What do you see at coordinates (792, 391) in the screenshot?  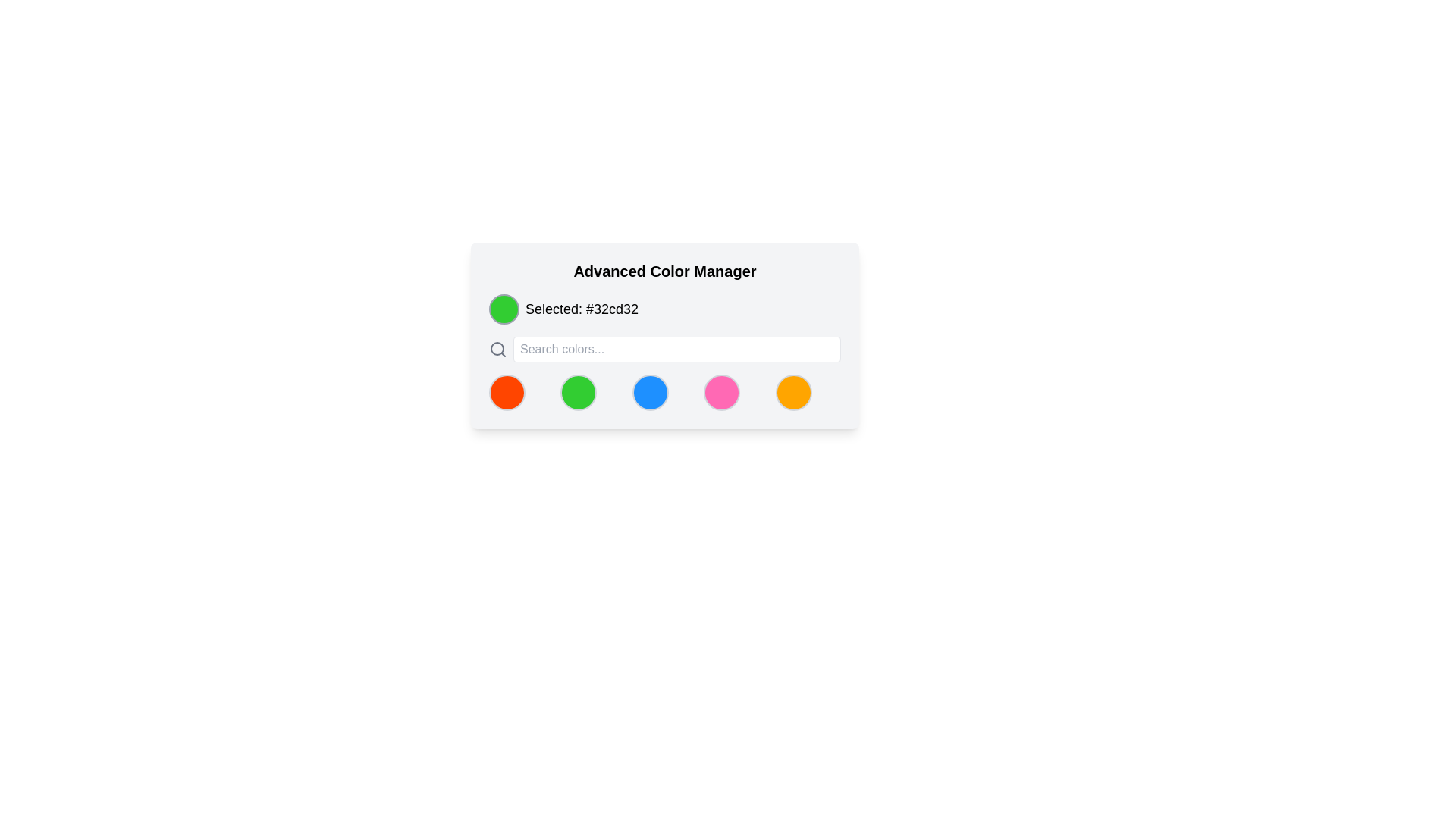 I see `the fifth circular color picker icon in the bottom-right corner of the 'Advanced Color Manager' modal to highlight it` at bounding box center [792, 391].